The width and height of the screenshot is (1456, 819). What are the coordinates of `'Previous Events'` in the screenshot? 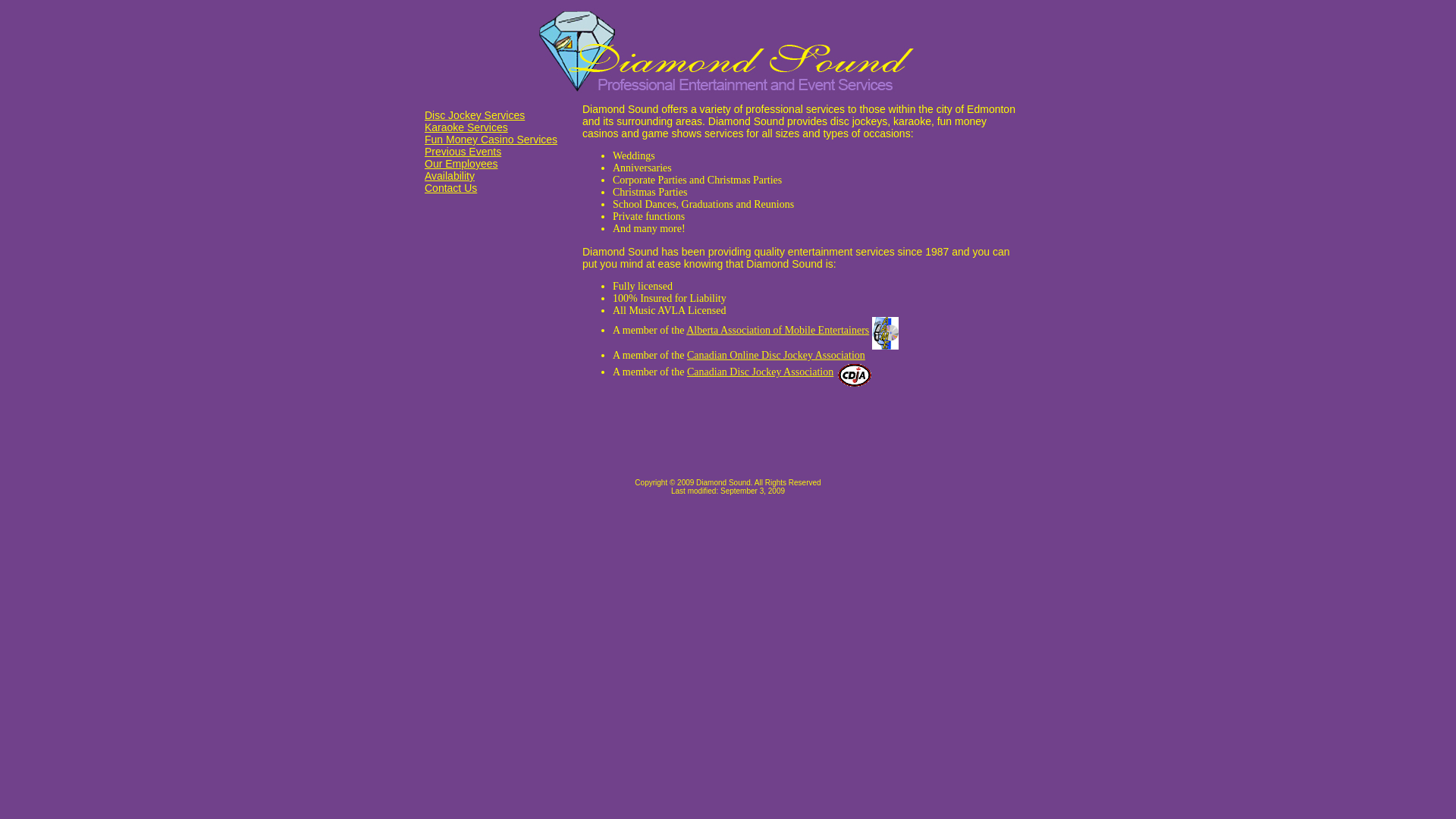 It's located at (462, 152).